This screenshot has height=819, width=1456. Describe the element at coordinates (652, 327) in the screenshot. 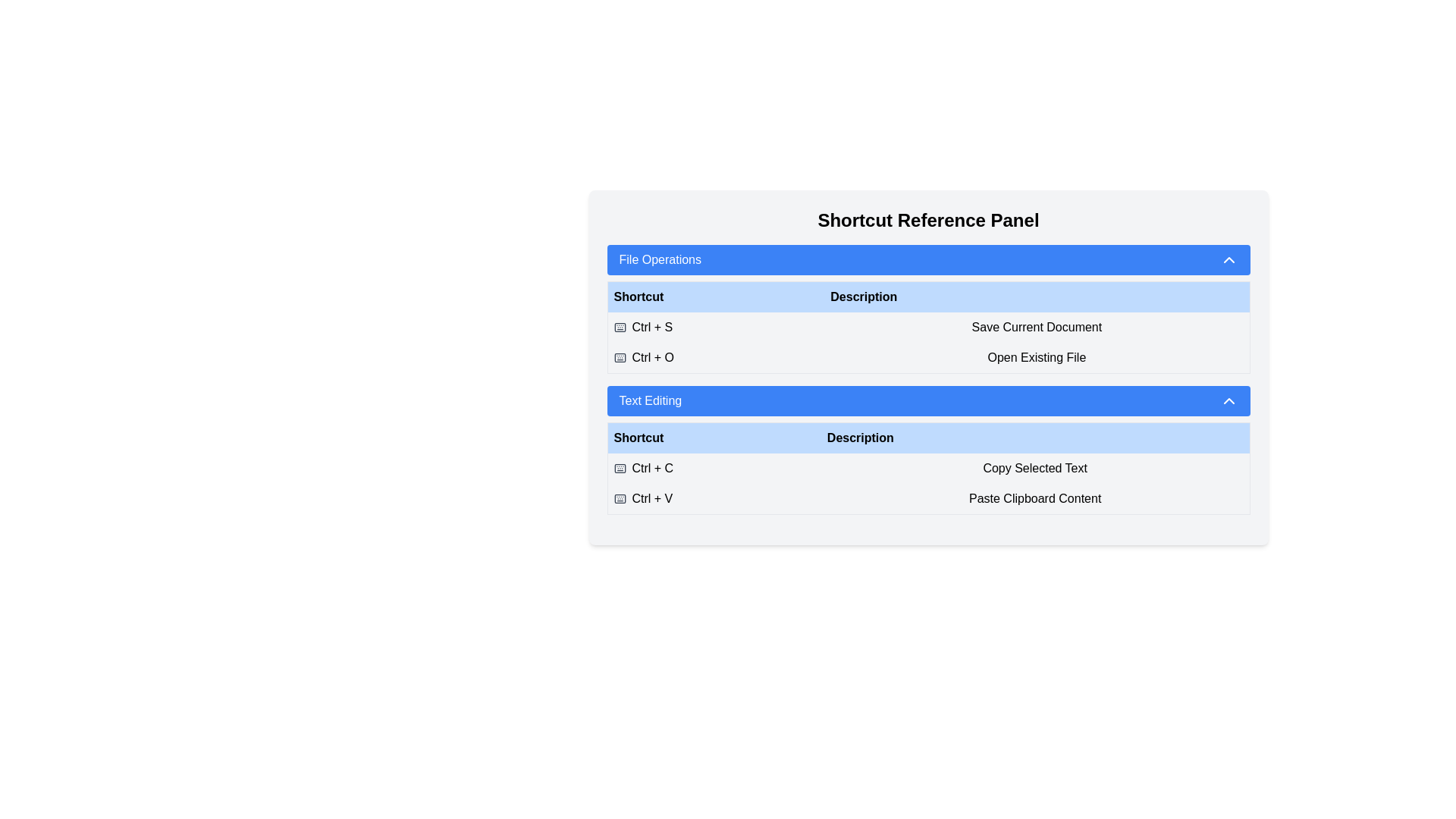

I see `the 'Ctrl + S' text label in the 'File Operations' section of the 'Shortcut Reference Panel', which is styled in black text on a white background and is located adjacent to a keyboard icon` at that location.